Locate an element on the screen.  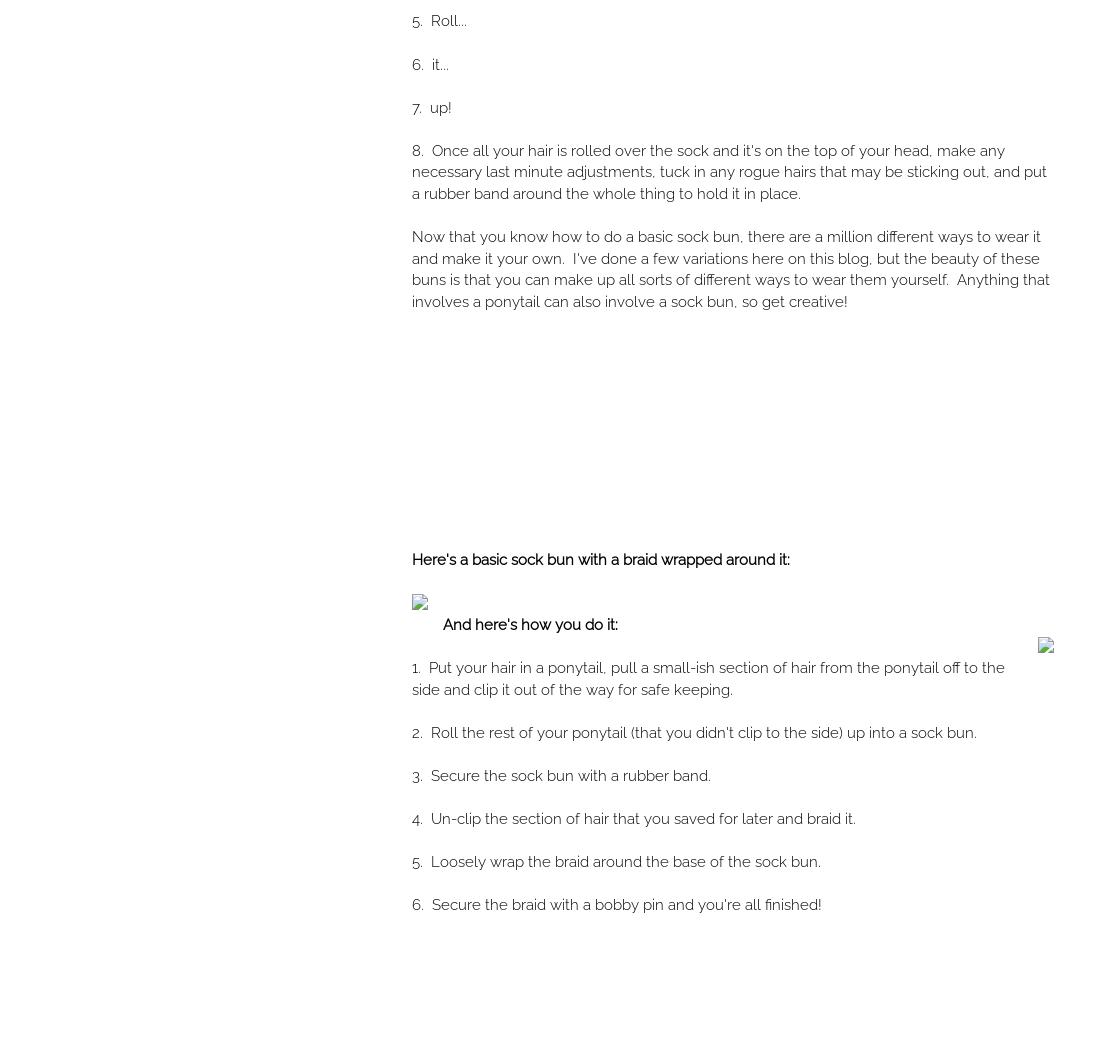
'3.  Secure the sock bun with a rubber band.' is located at coordinates (561, 774).